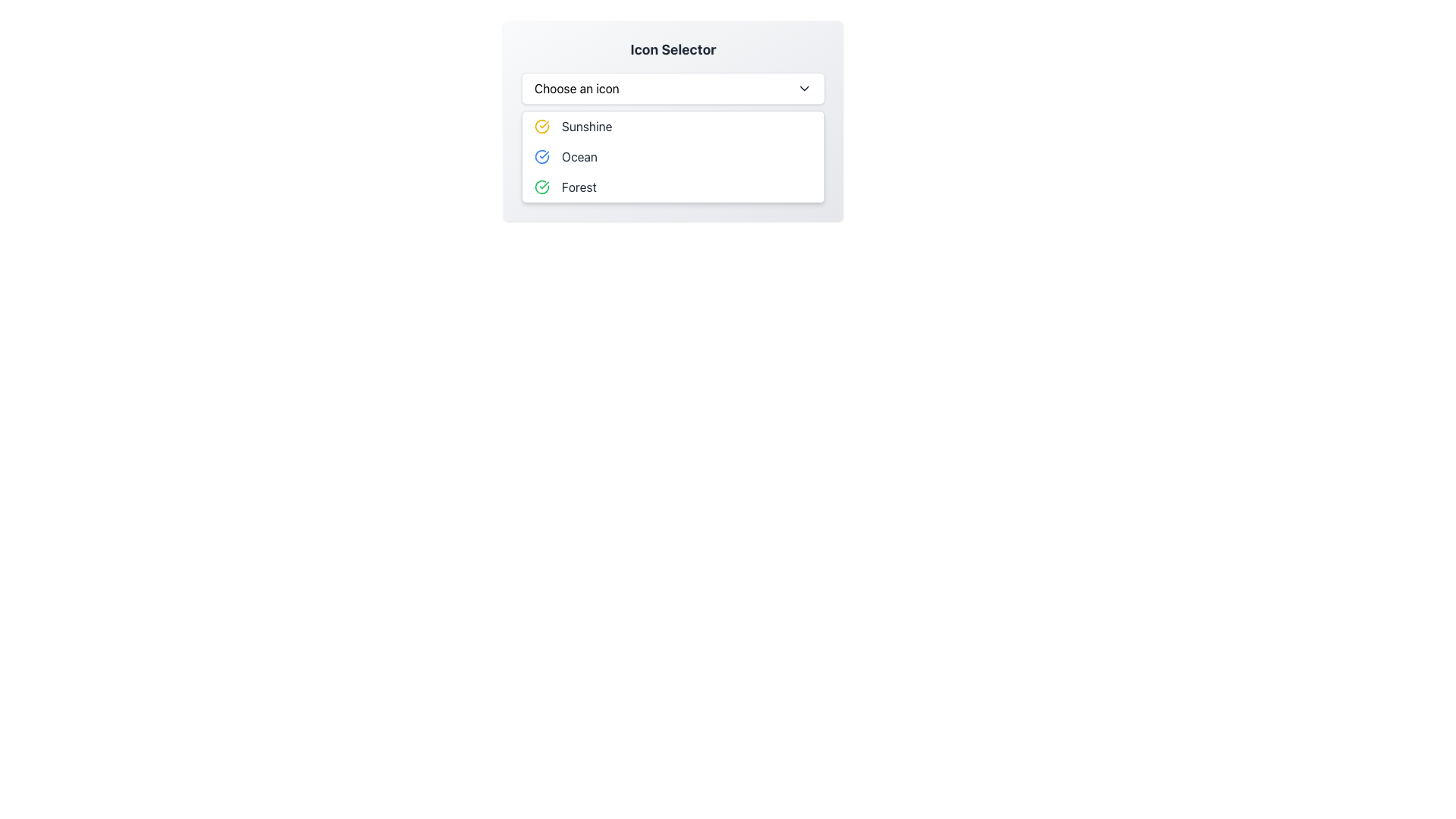  Describe the element at coordinates (542, 125) in the screenshot. I see `the circular checkmark icon with a yellow accent color` at that location.